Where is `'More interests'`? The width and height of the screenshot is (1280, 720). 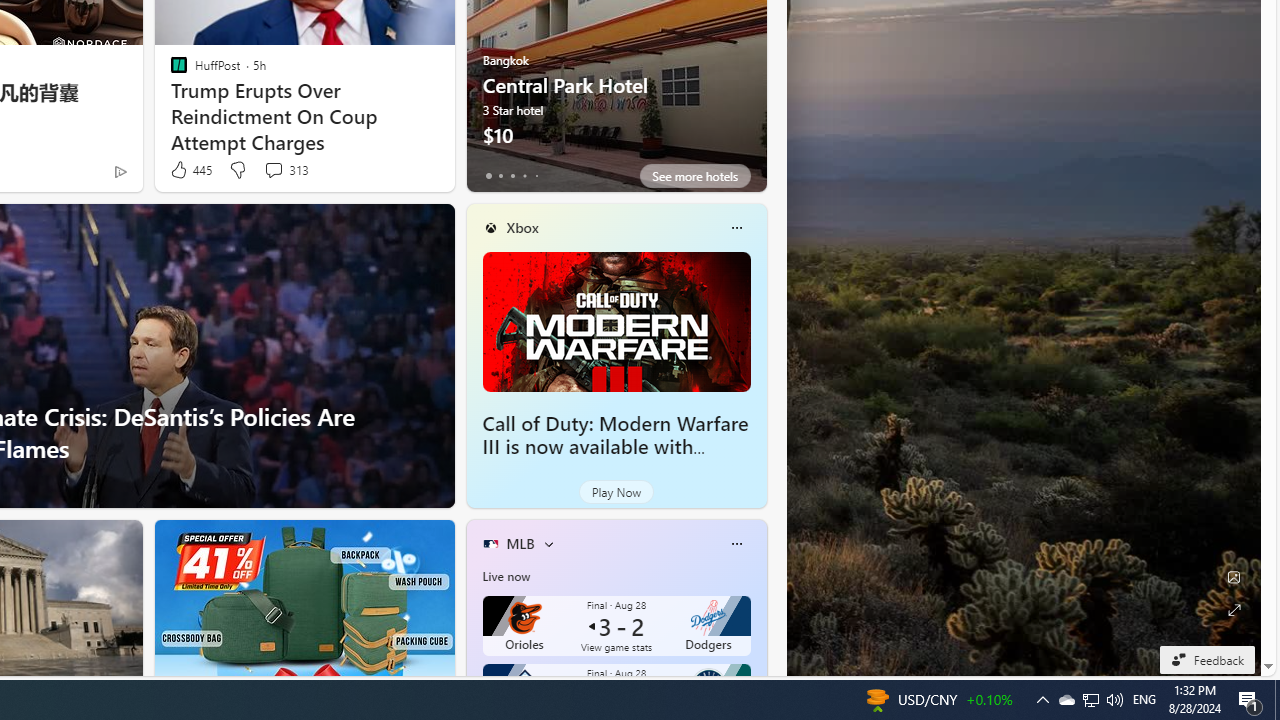 'More interests' is located at coordinates (548, 543).